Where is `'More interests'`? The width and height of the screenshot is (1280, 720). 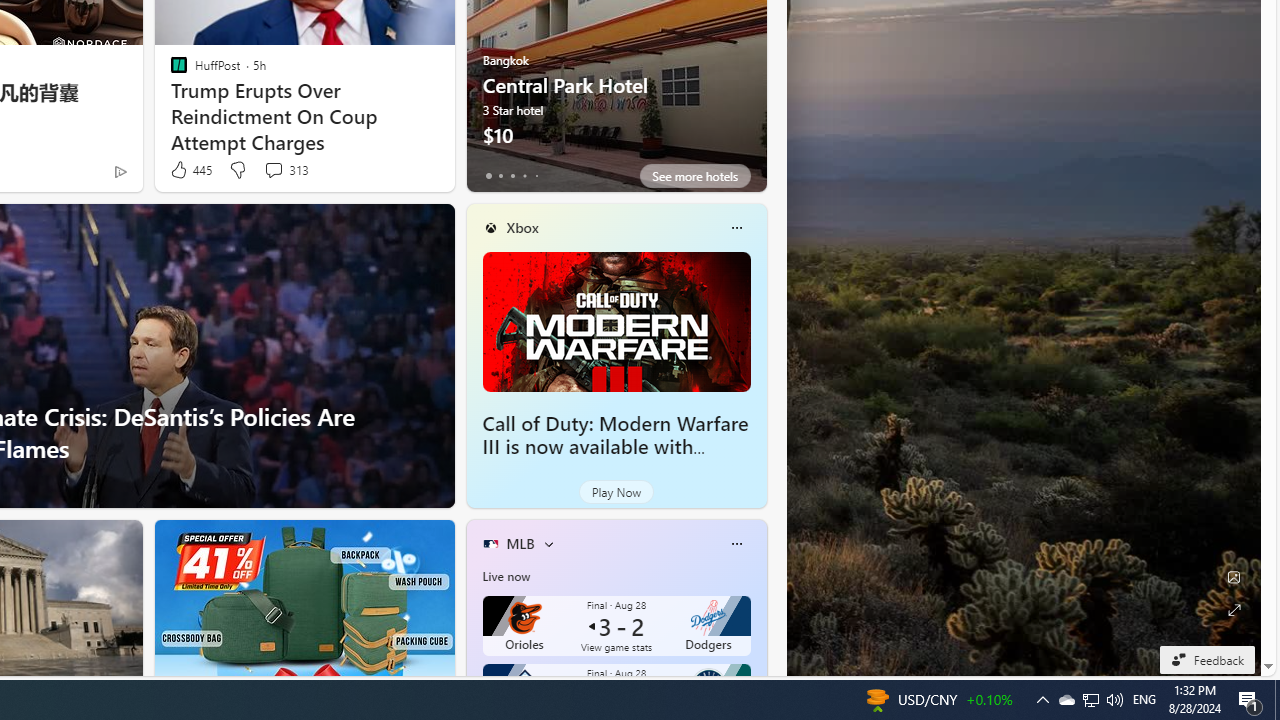 'More interests' is located at coordinates (548, 543).